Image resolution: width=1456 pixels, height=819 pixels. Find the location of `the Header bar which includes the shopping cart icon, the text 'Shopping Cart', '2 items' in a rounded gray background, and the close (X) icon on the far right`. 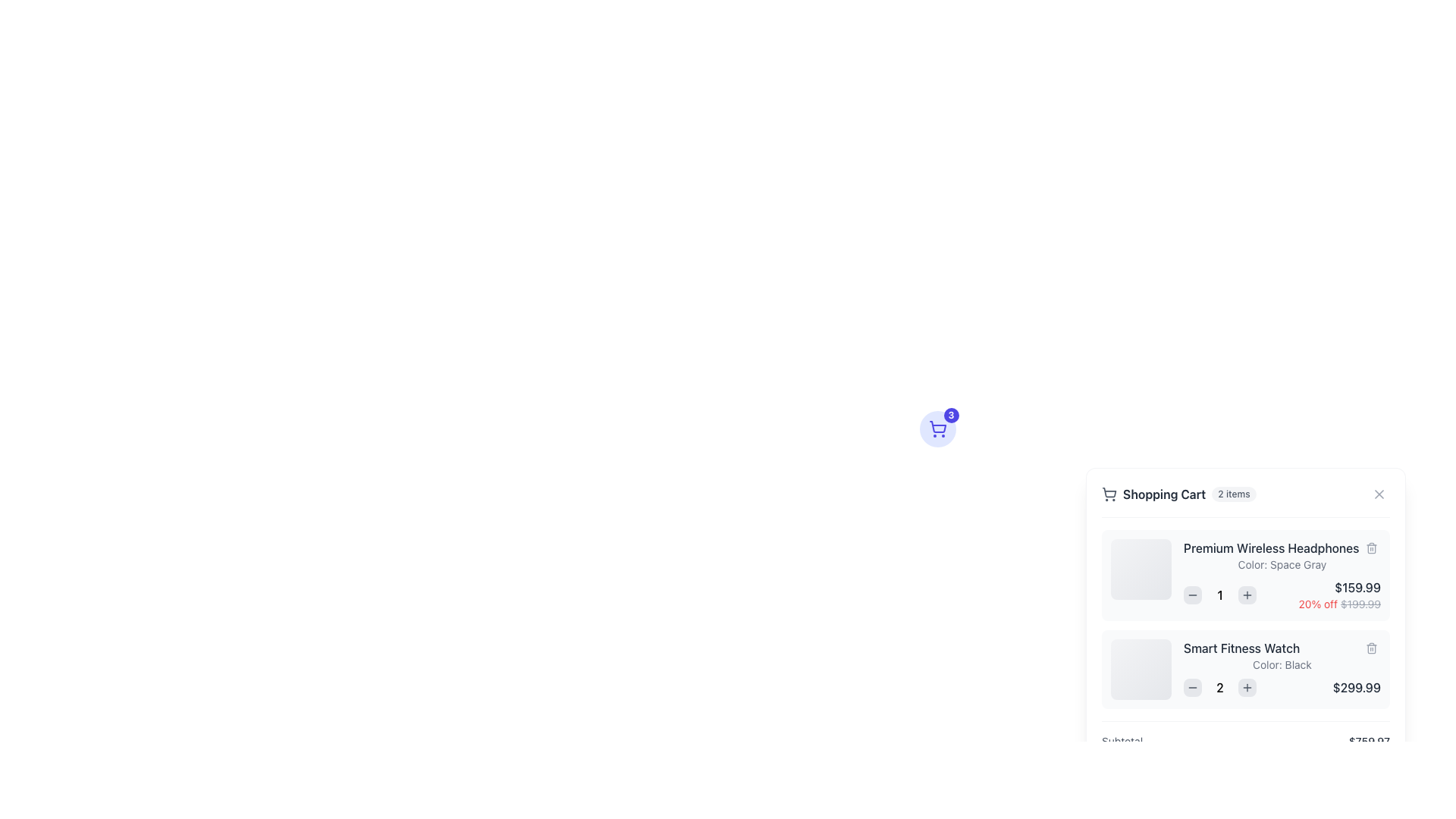

the Header bar which includes the shopping cart icon, the text 'Shopping Cart', '2 items' in a rounded gray background, and the close (X) icon on the far right is located at coordinates (1245, 500).